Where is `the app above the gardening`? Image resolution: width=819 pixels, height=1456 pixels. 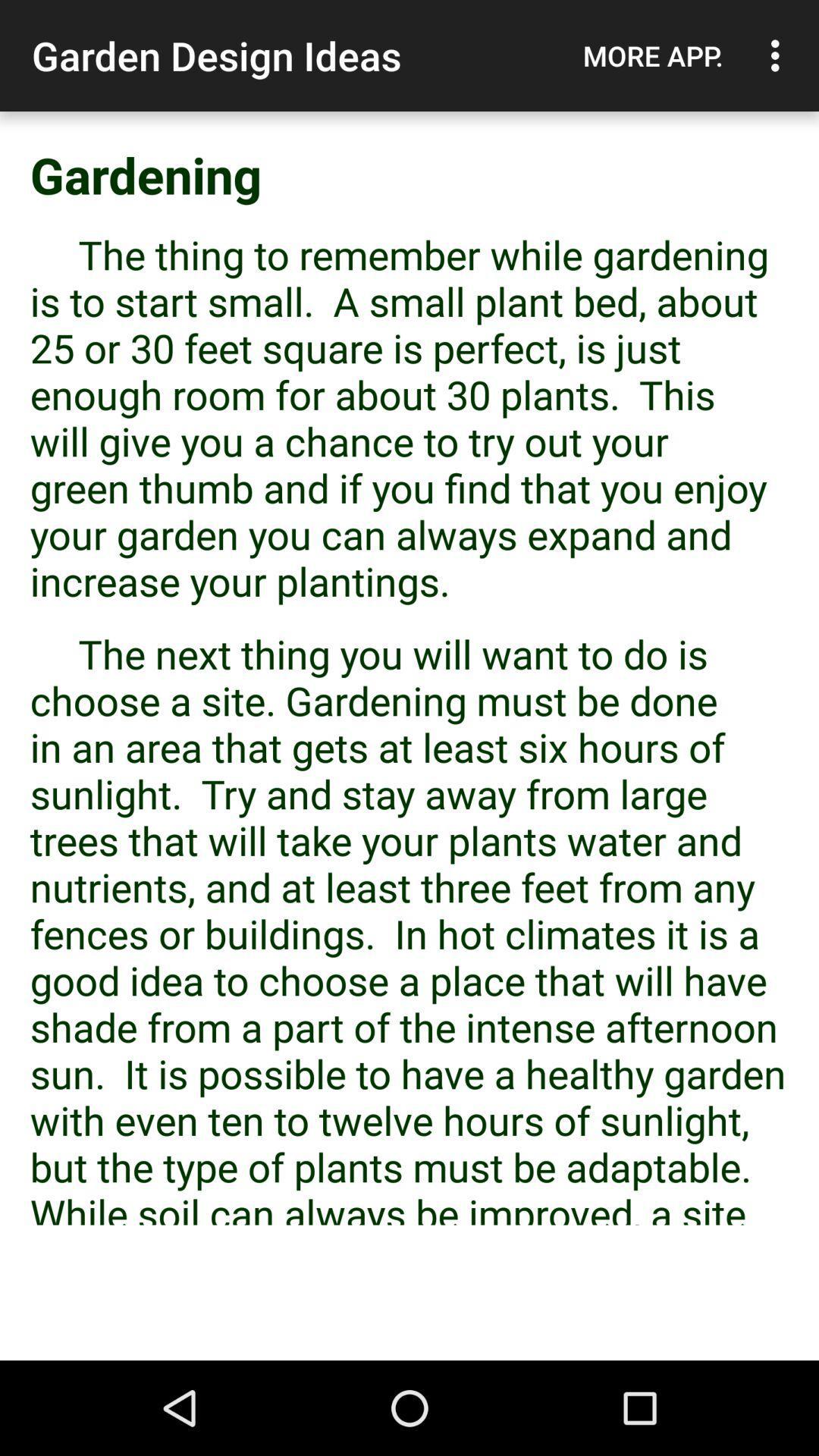
the app above the gardening is located at coordinates (652, 55).